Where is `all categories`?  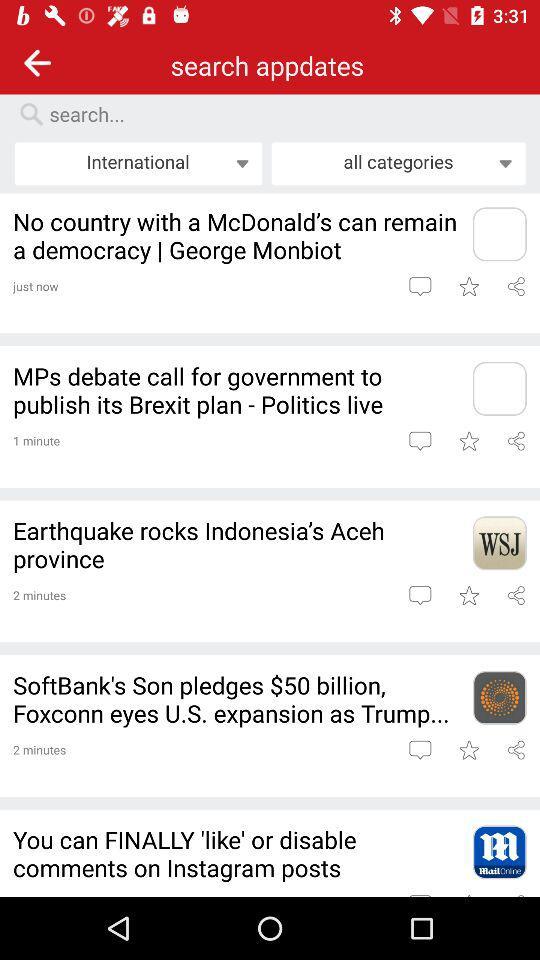 all categories is located at coordinates (398, 162).